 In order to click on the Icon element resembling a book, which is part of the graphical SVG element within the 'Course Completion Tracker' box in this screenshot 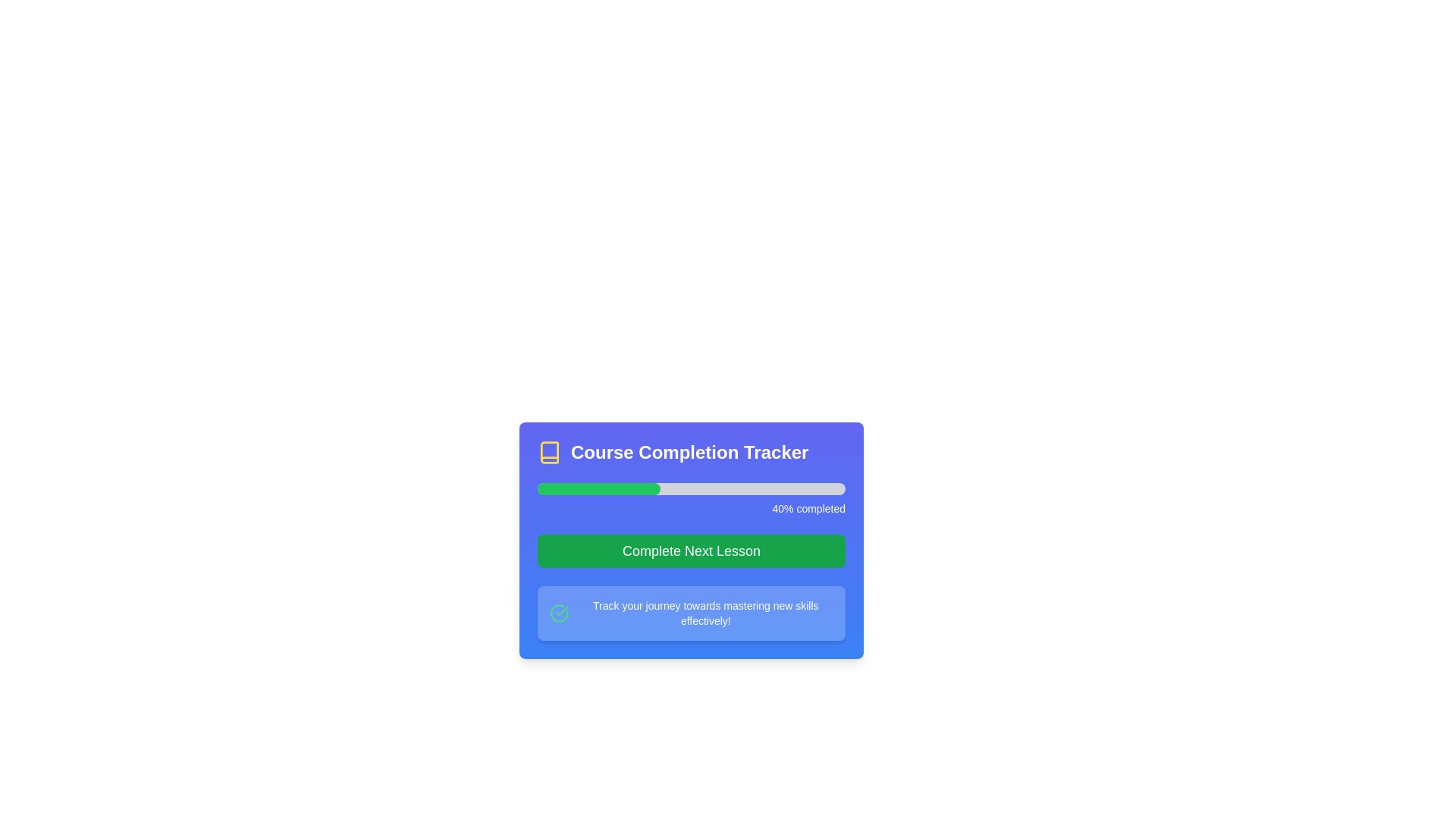, I will do `click(548, 452)`.